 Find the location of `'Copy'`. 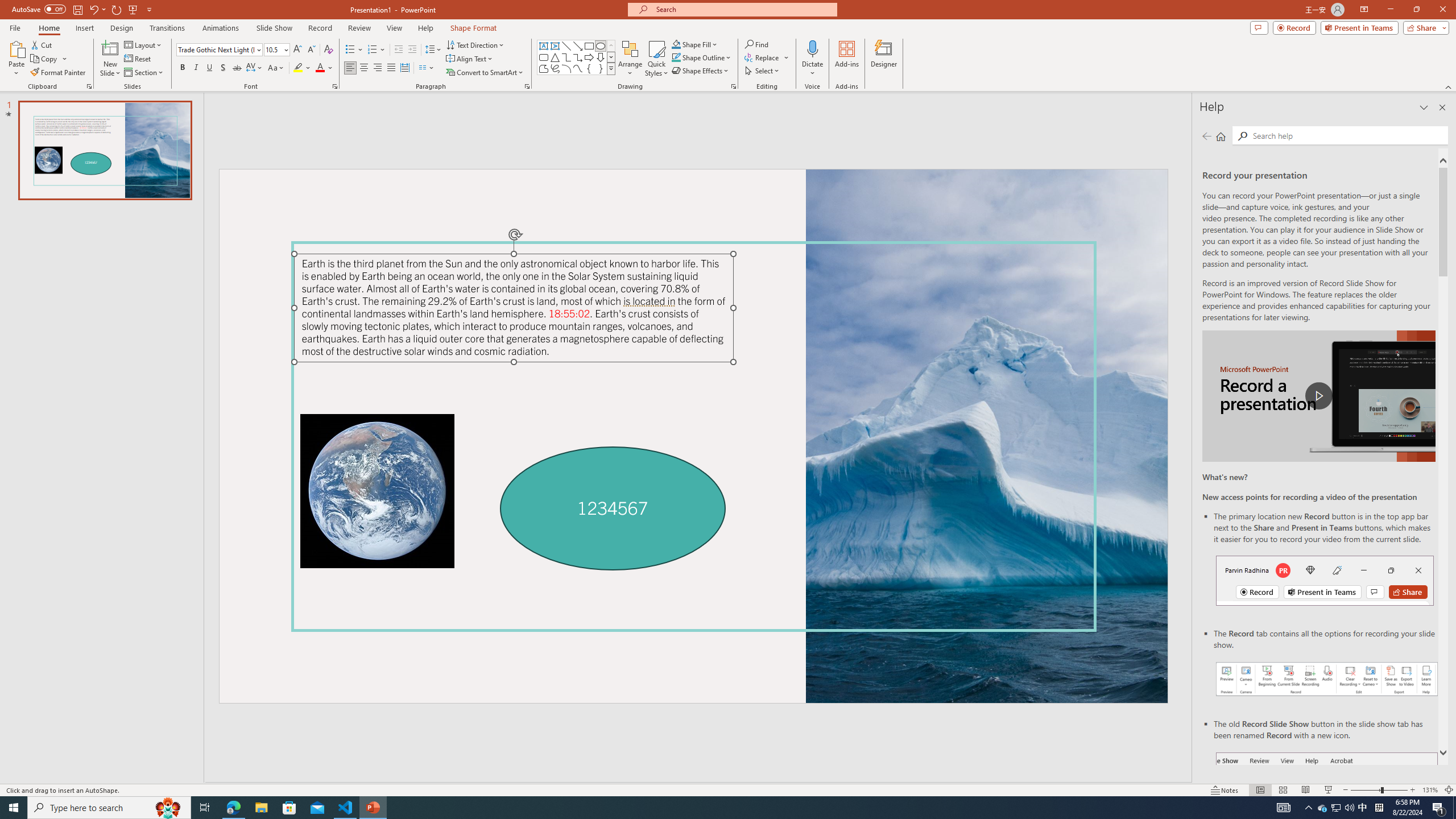

'Copy' is located at coordinates (49, 59).